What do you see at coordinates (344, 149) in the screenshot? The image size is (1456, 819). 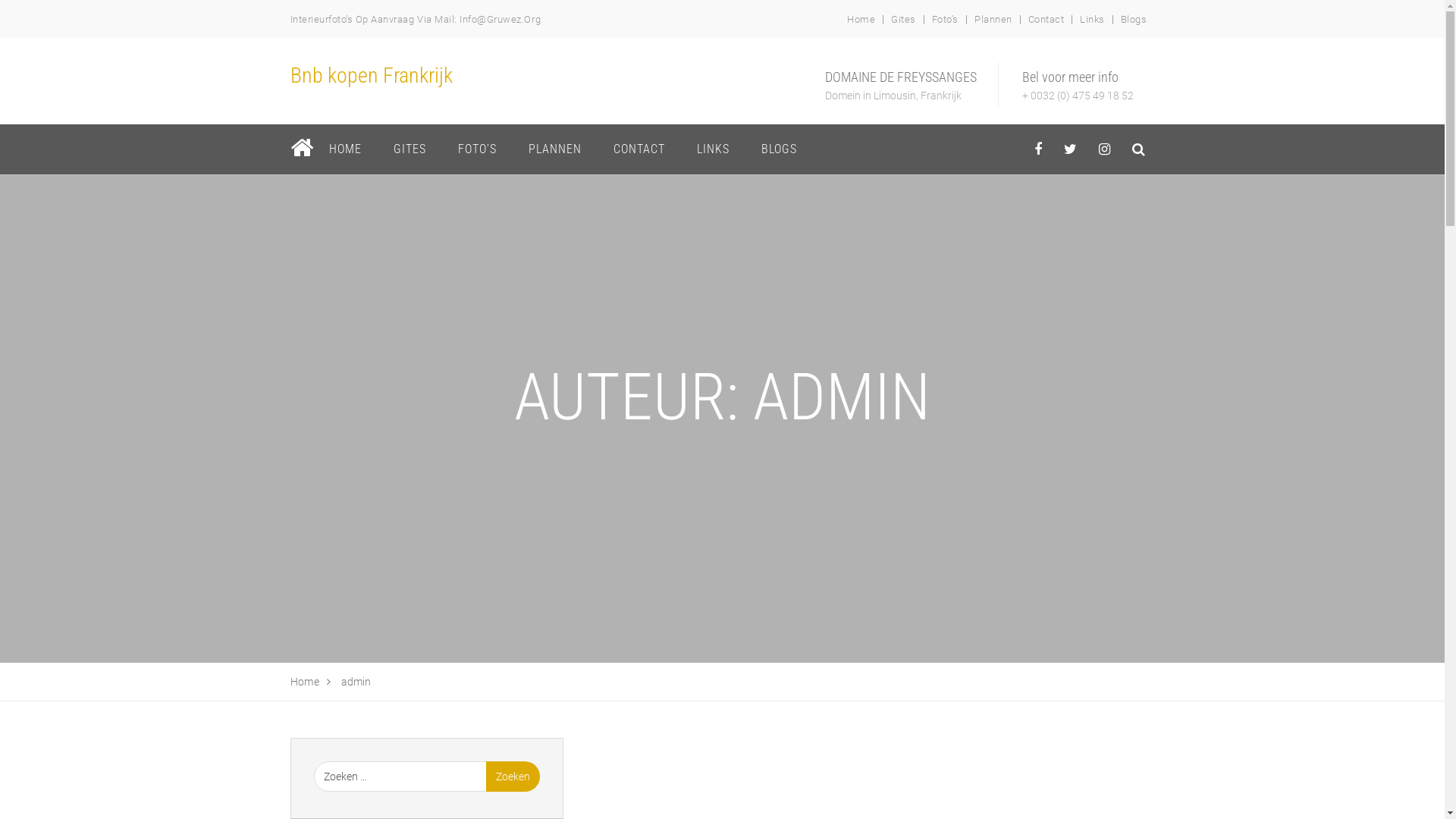 I see `'HOME'` at bounding box center [344, 149].